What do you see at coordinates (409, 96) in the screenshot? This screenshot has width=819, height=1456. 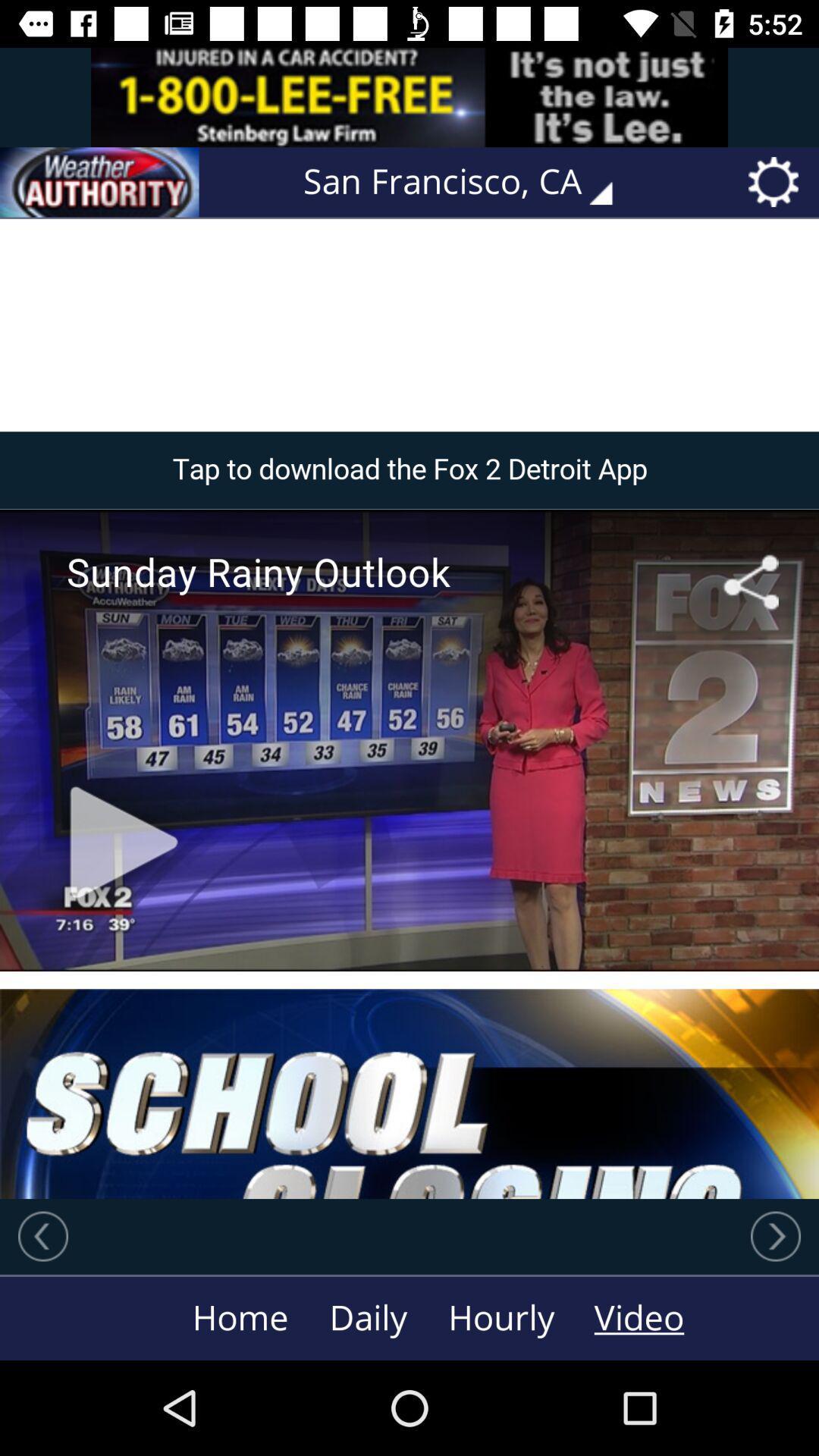 I see `link to advertisement` at bounding box center [409, 96].